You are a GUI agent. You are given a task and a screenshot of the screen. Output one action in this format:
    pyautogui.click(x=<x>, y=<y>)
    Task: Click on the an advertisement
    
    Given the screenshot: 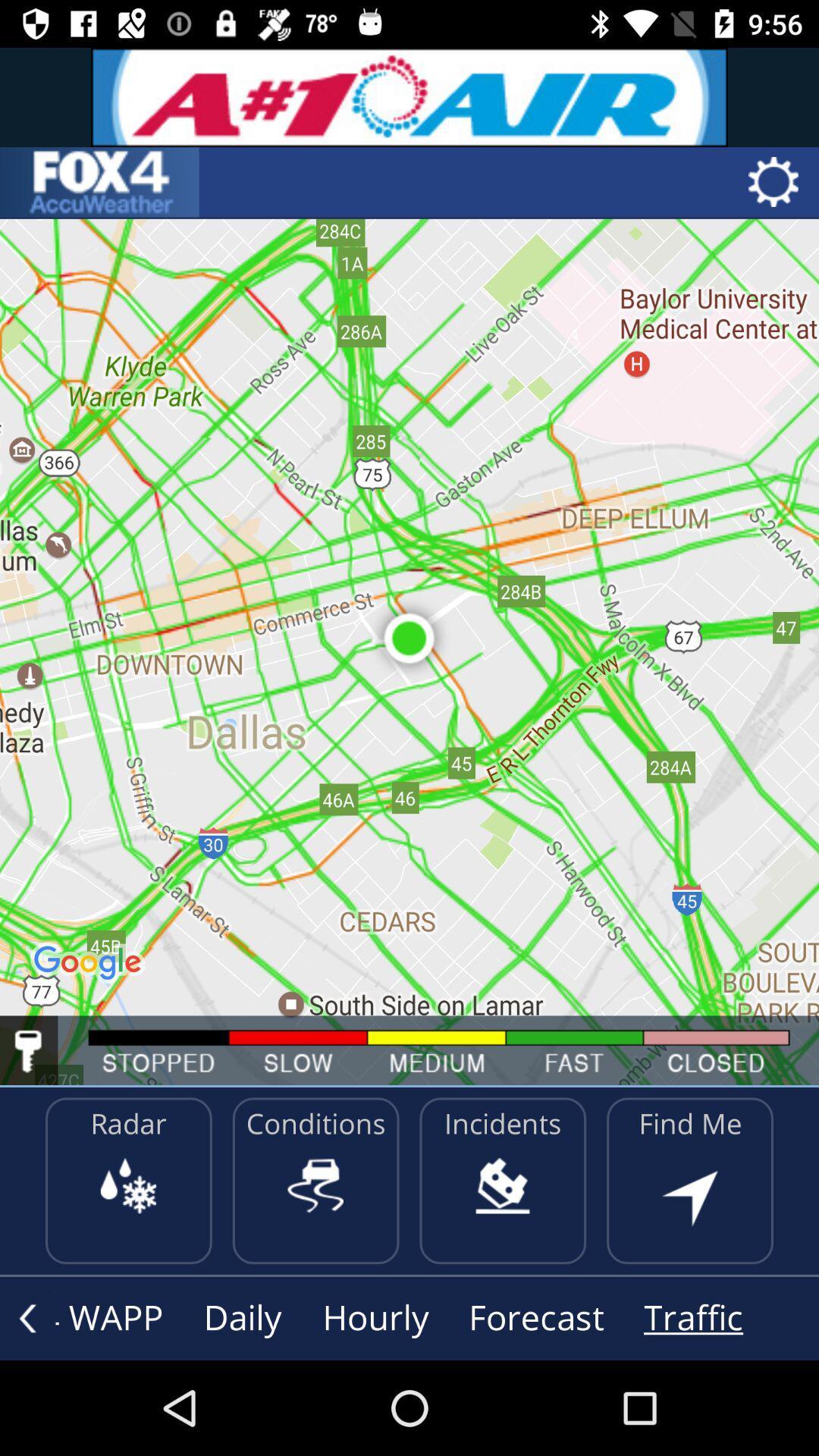 What is the action you would take?
    pyautogui.click(x=409, y=96)
    